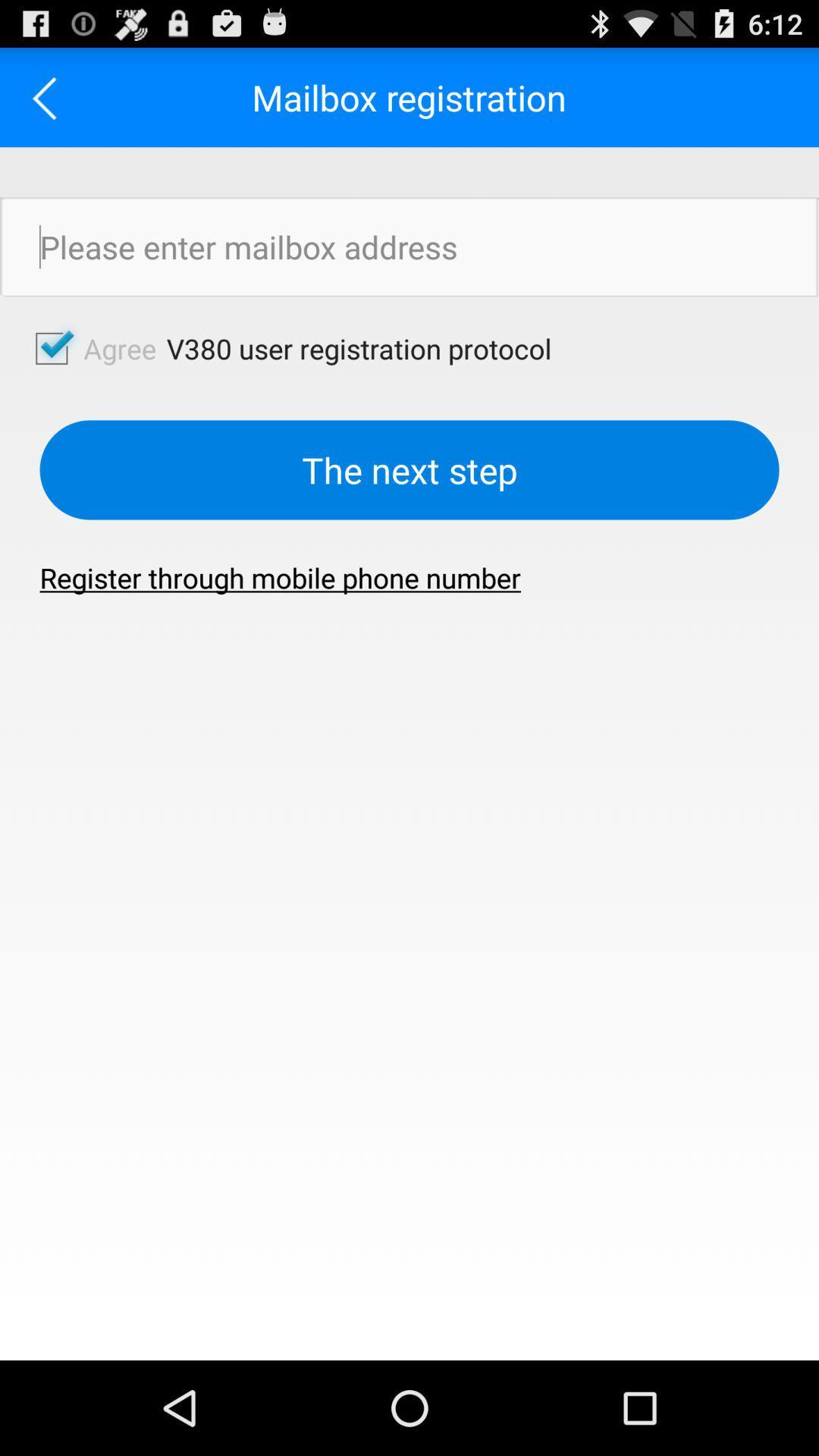 This screenshot has height=1456, width=819. I want to click on agree to terms and conditions of registration, so click(49, 96).